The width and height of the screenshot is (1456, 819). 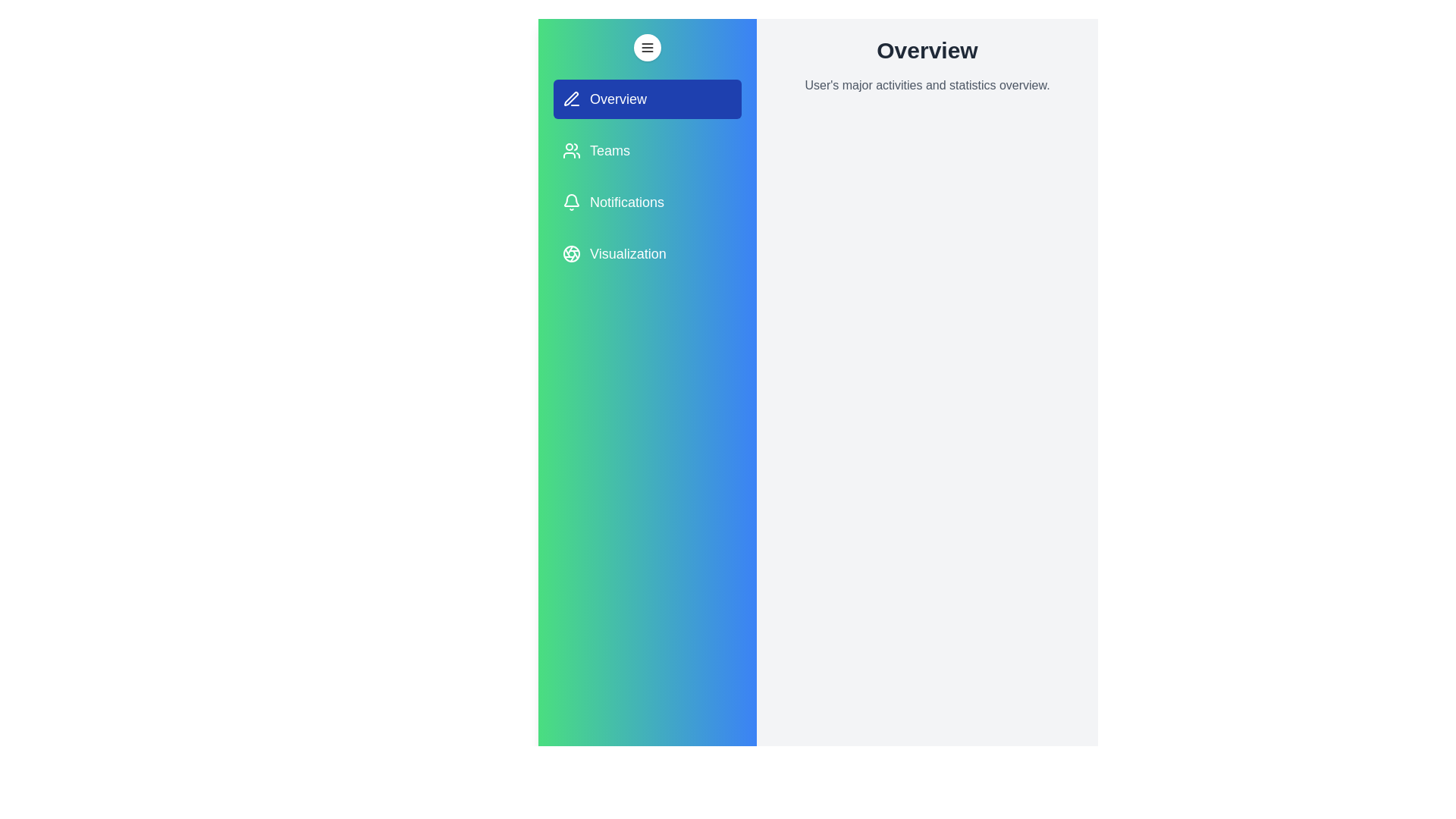 I want to click on the tab labeled Overview from the drawer, so click(x=648, y=99).